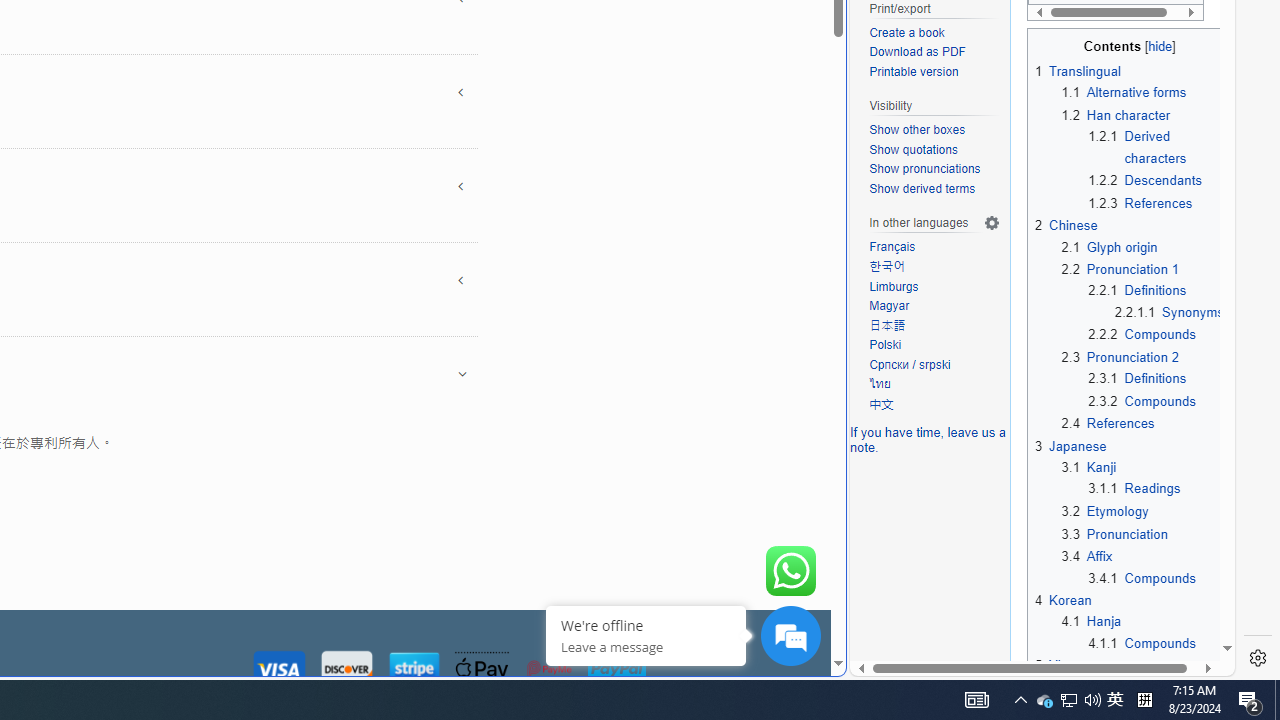 This screenshot has width=1280, height=720. I want to click on 'Show quotations', so click(912, 148).